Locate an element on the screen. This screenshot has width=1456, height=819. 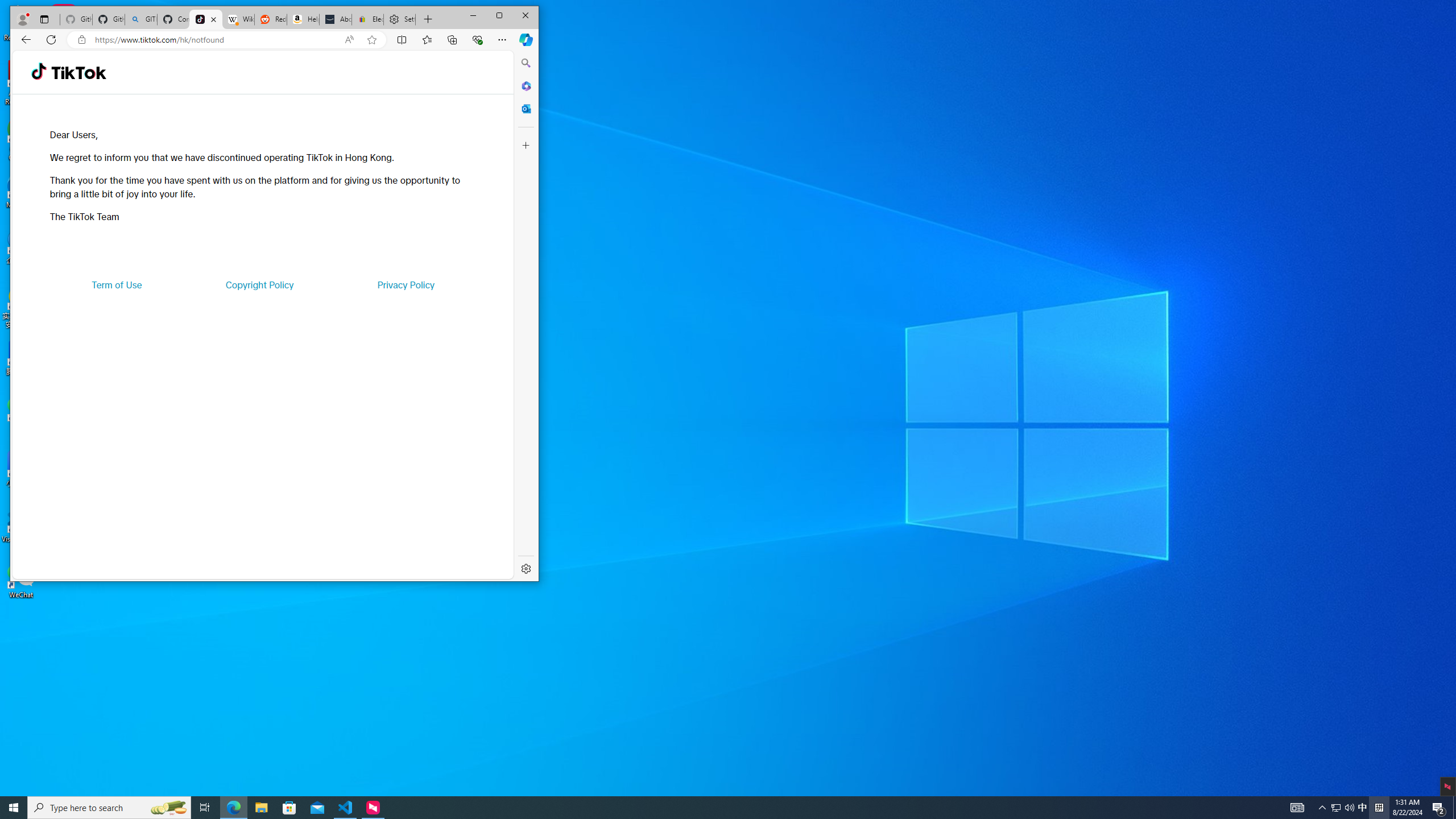
'Notification Chevron' is located at coordinates (1322, 806).